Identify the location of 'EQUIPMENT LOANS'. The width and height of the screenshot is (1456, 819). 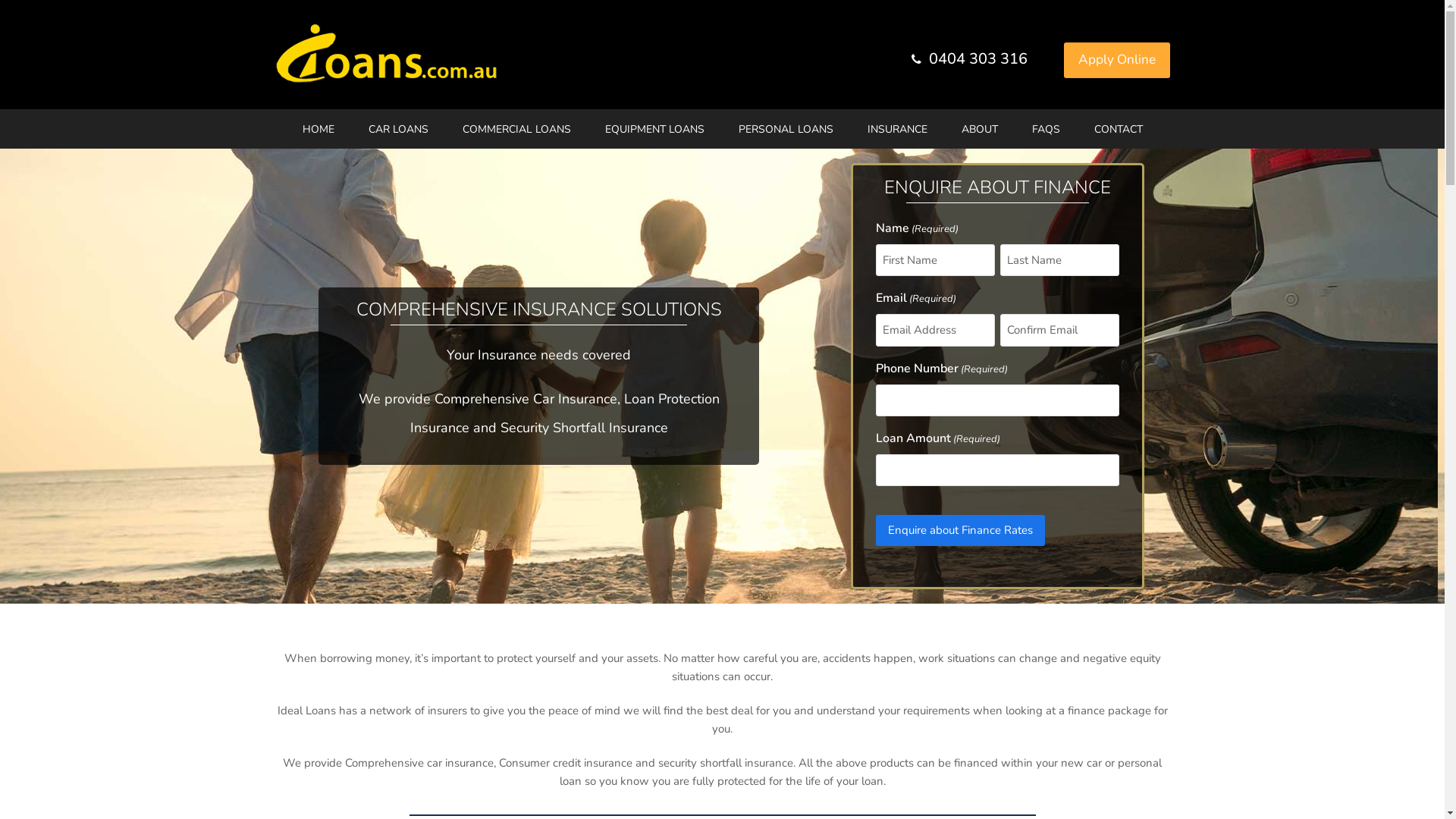
(654, 127).